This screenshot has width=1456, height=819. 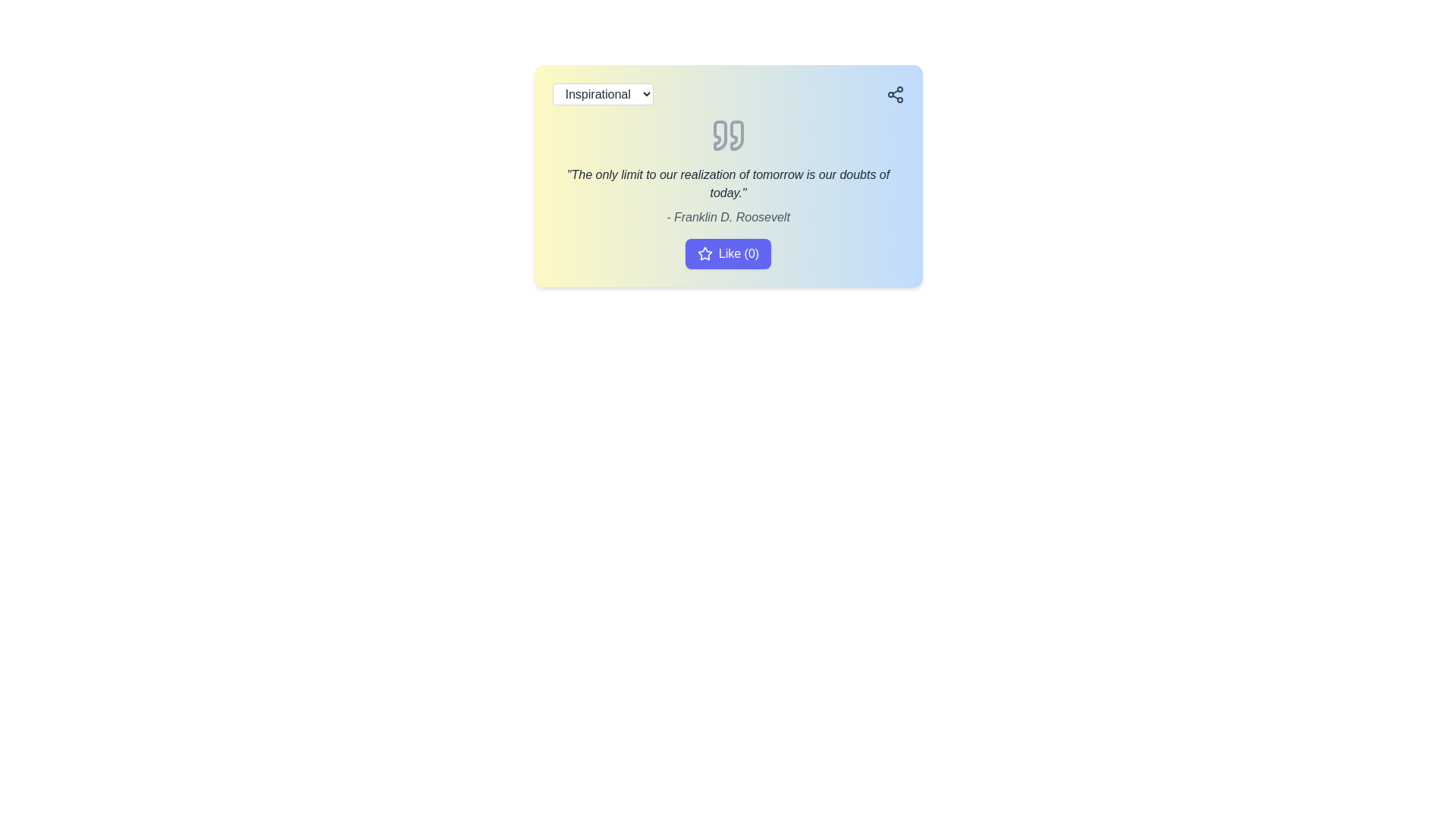 I want to click on the star-shaped icon adjacent to the text 'Like (0)' within the button at the bottom of the displayed card, so click(x=704, y=253).